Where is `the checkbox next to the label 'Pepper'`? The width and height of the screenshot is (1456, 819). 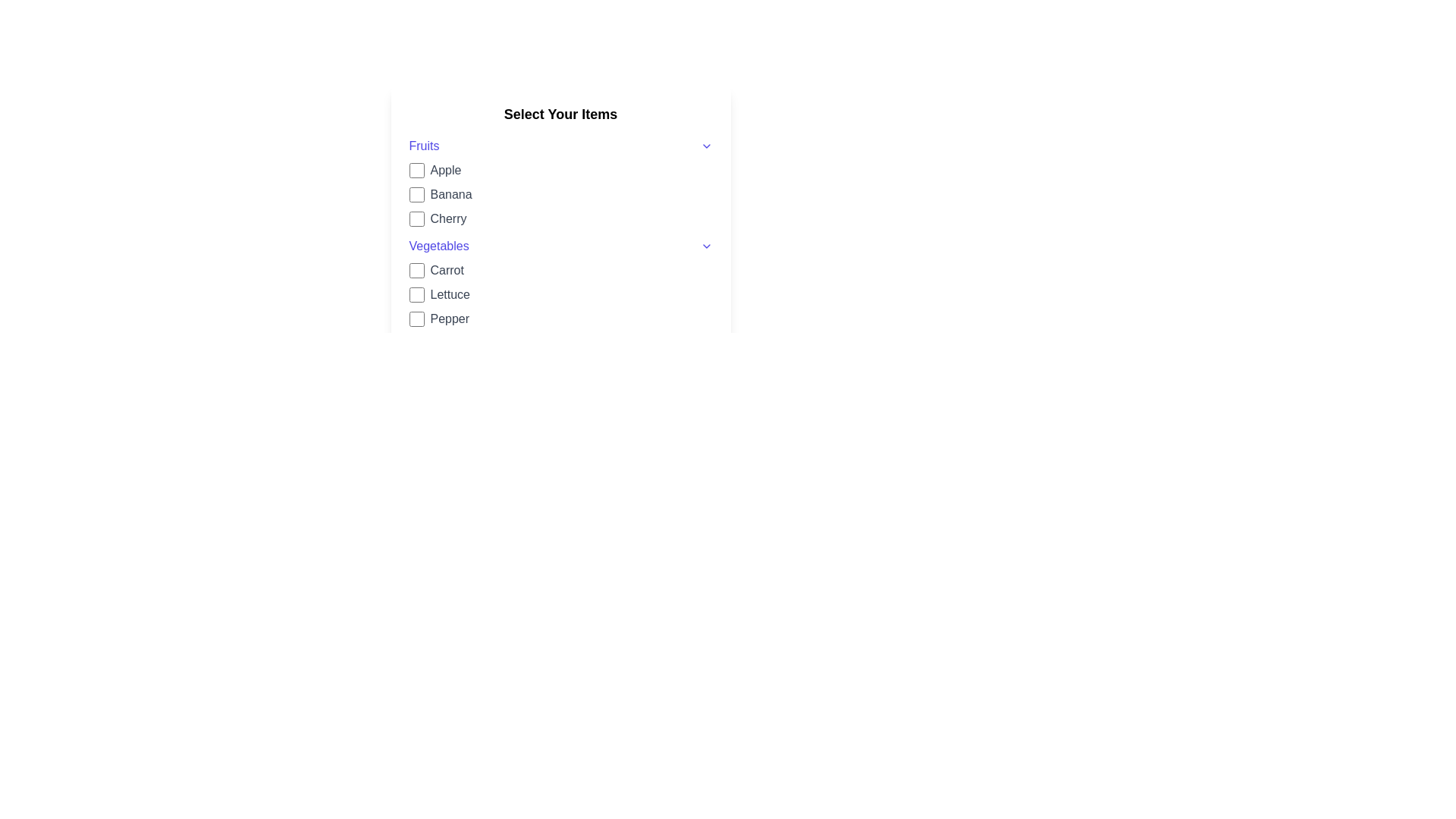 the checkbox next to the label 'Pepper' is located at coordinates (416, 318).